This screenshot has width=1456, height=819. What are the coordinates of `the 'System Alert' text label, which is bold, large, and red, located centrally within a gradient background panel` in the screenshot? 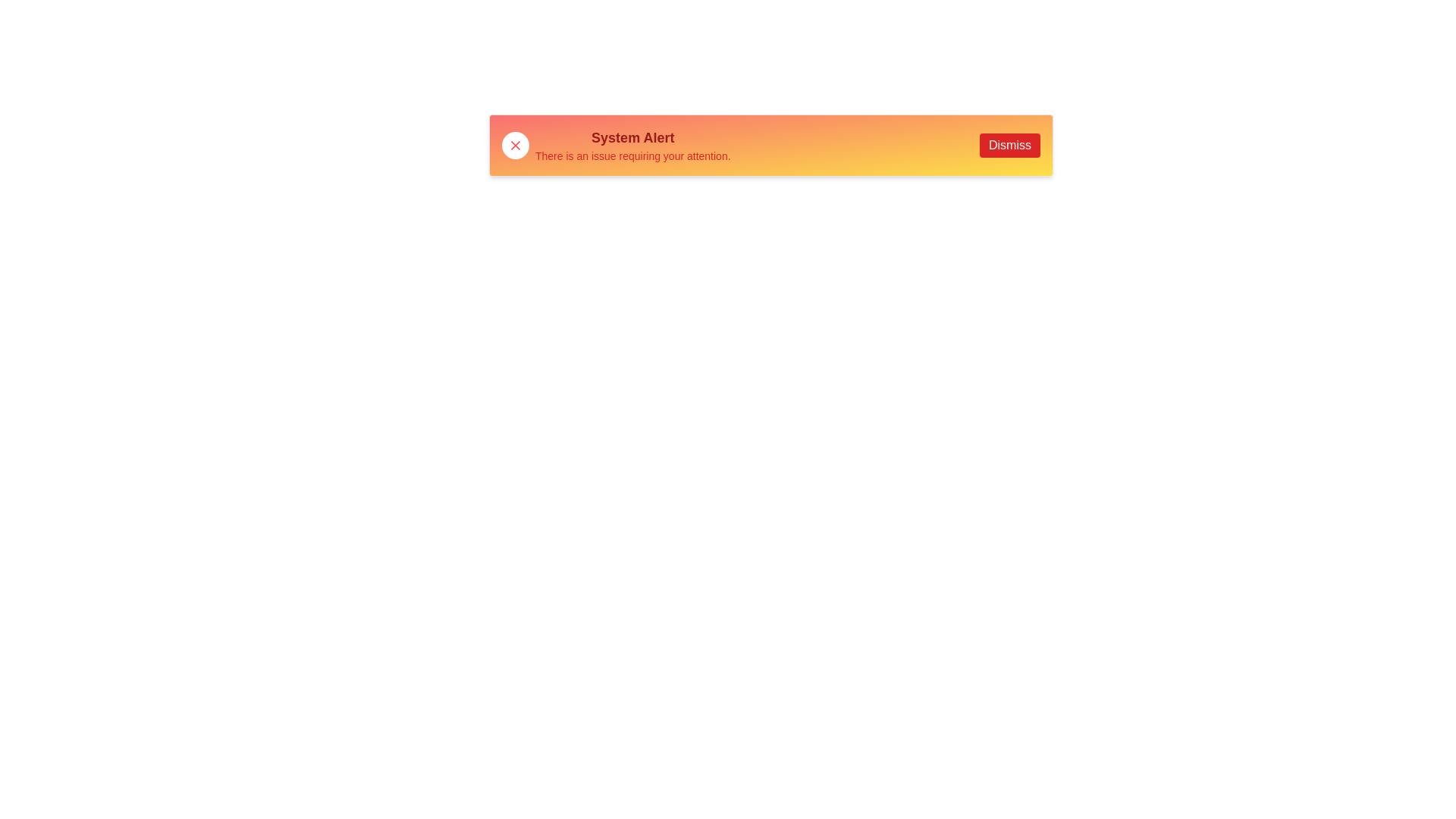 It's located at (632, 137).